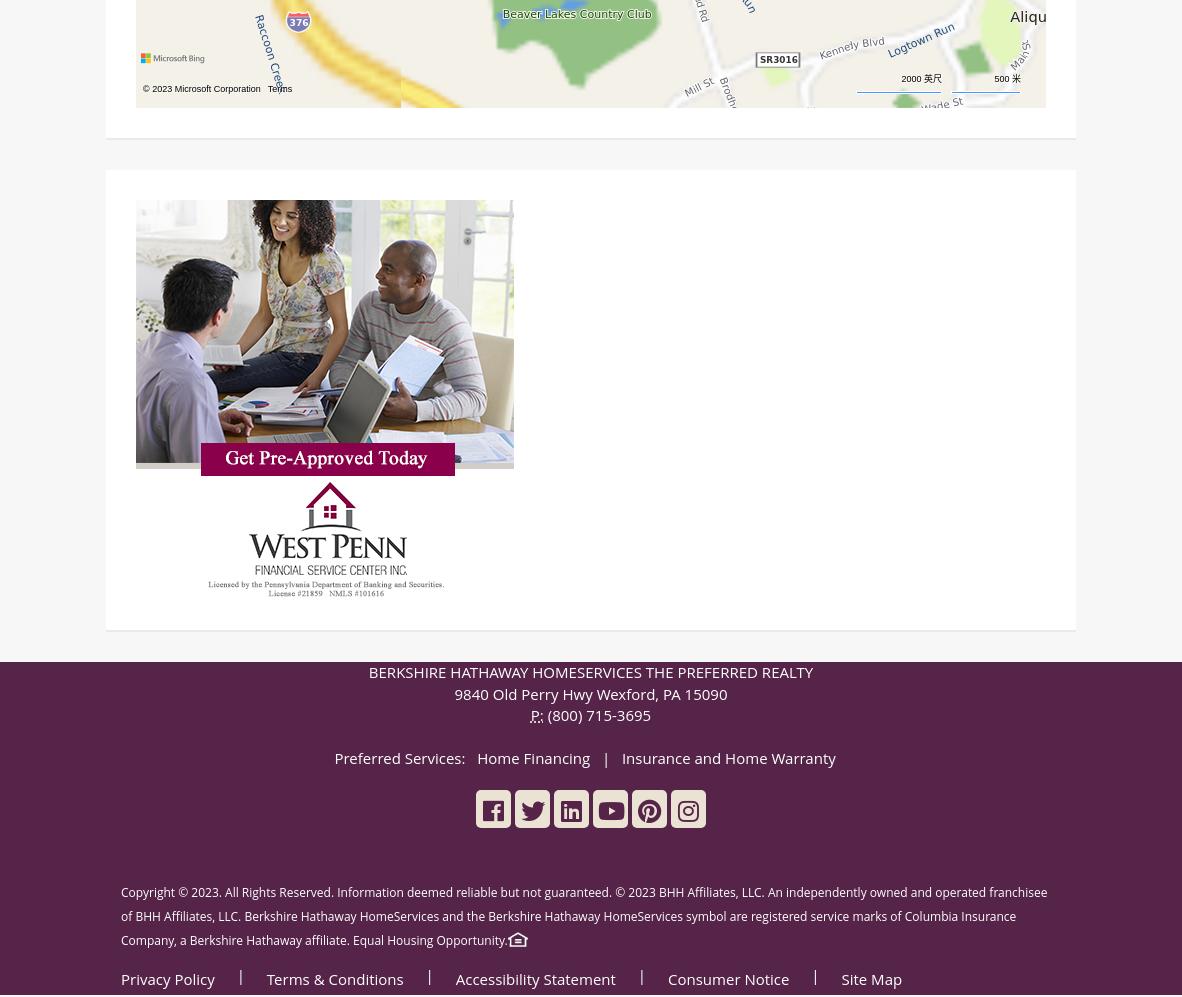 This screenshot has width=1182, height=997. I want to click on 'Terms', so click(278, 92).